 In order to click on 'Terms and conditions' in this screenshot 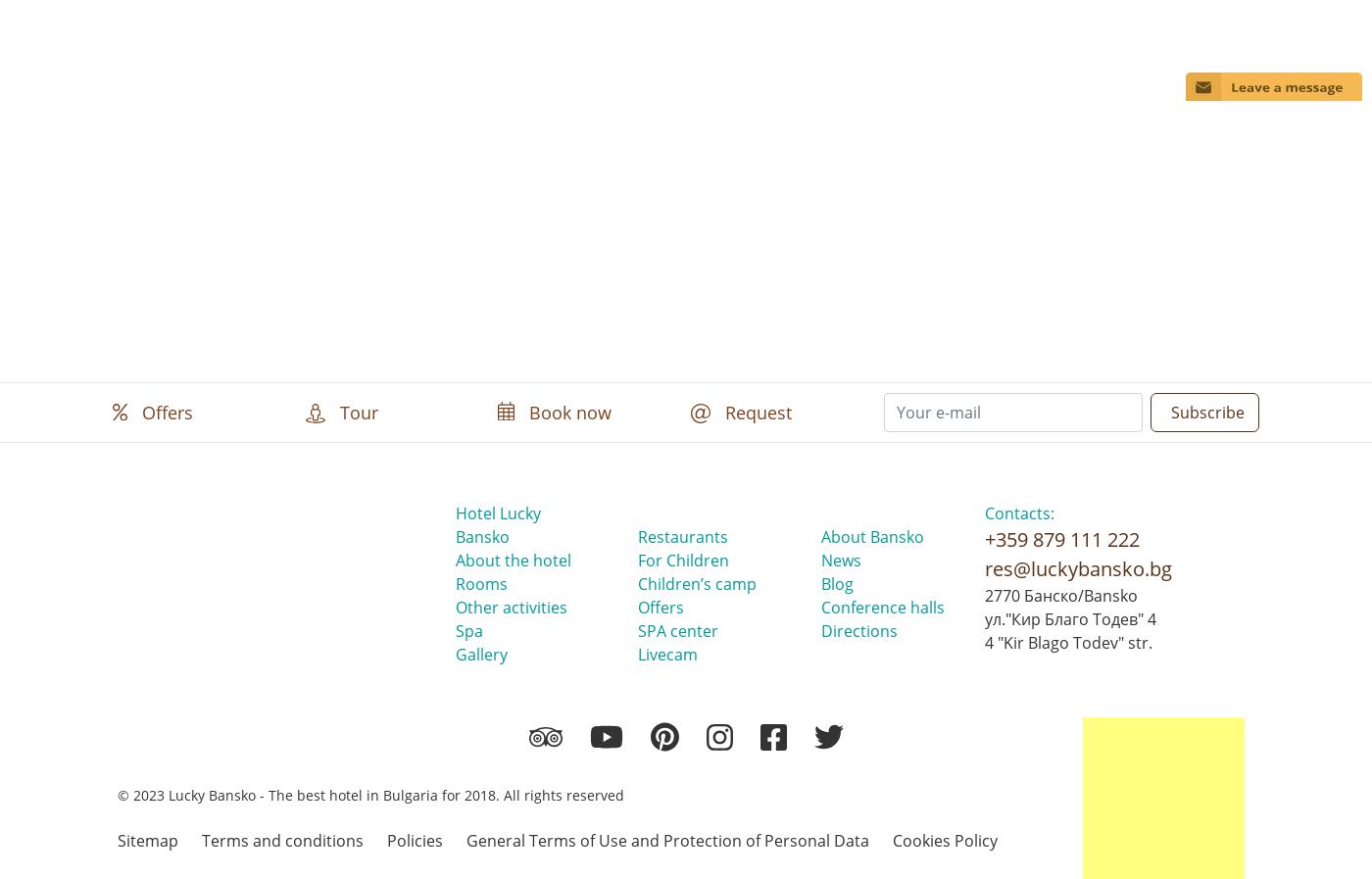, I will do `click(282, 839)`.